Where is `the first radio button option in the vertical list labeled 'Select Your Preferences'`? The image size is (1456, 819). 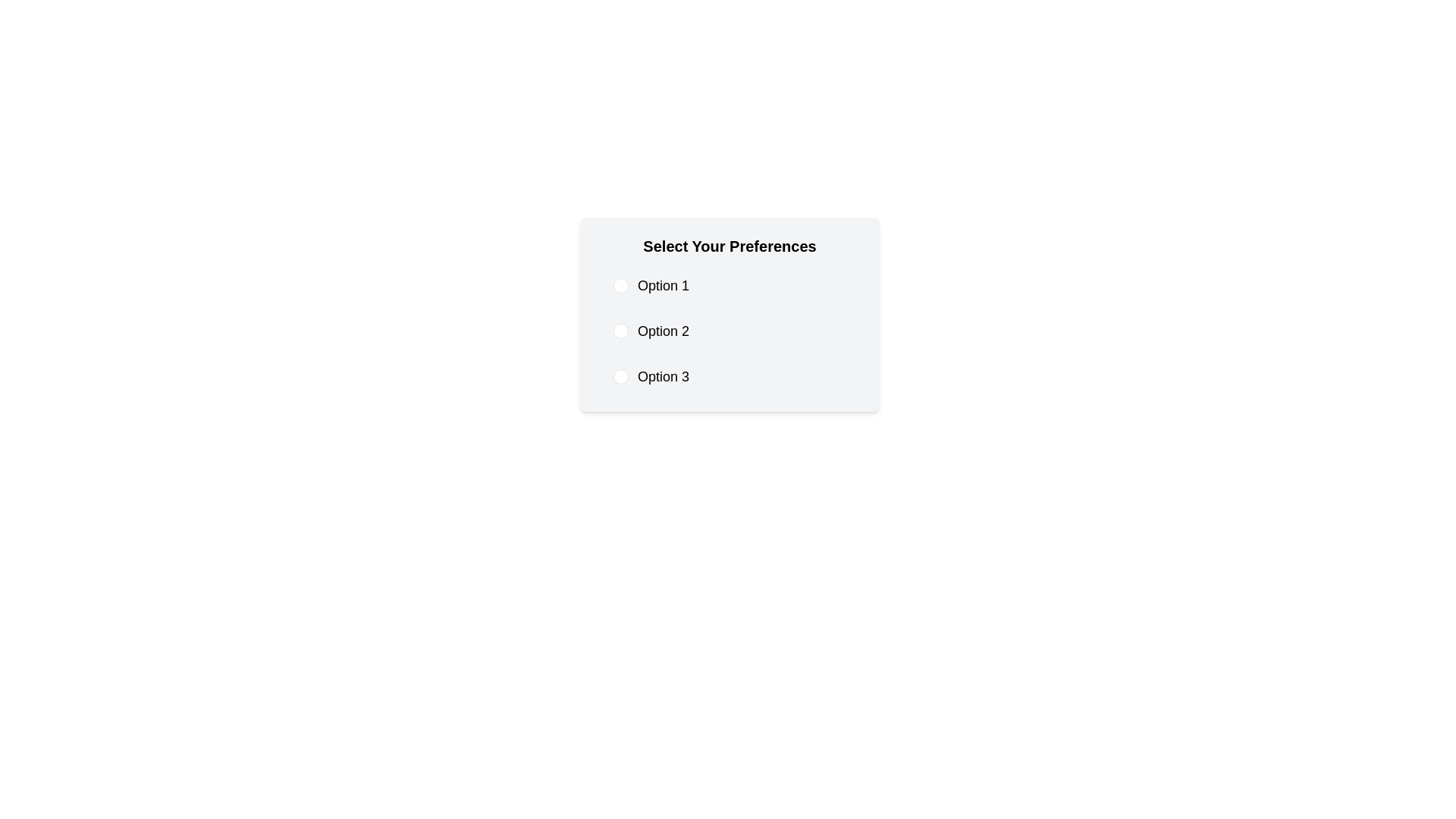 the first radio button option in the vertical list labeled 'Select Your Preferences' is located at coordinates (730, 286).